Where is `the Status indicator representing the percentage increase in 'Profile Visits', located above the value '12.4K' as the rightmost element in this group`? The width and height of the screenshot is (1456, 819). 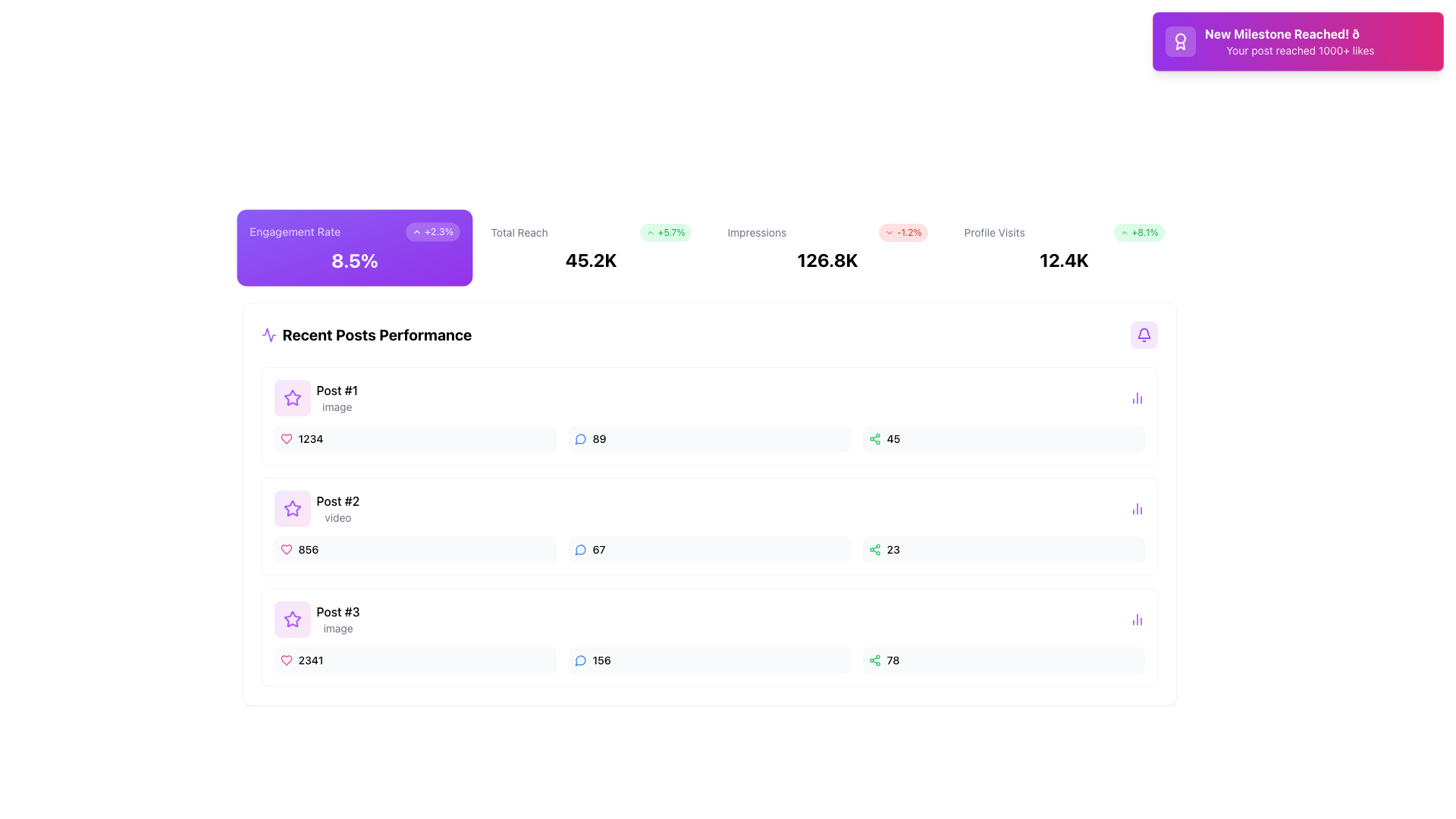 the Status indicator representing the percentage increase in 'Profile Visits', located above the value '12.4K' as the rightmost element in this group is located at coordinates (1139, 233).